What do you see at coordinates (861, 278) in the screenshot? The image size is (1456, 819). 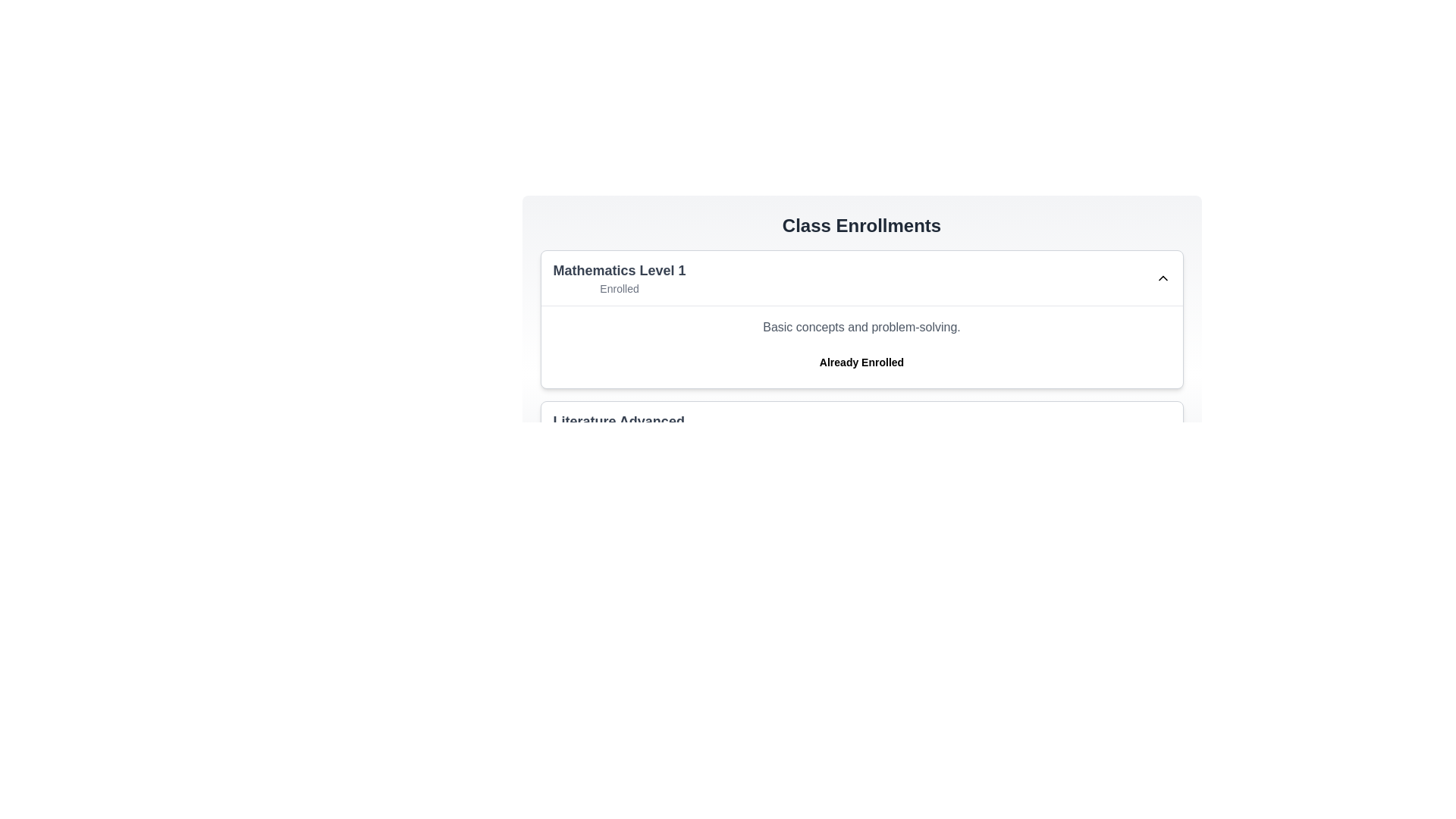 I see `the header button for 'Mathematics Level 1'` at bounding box center [861, 278].